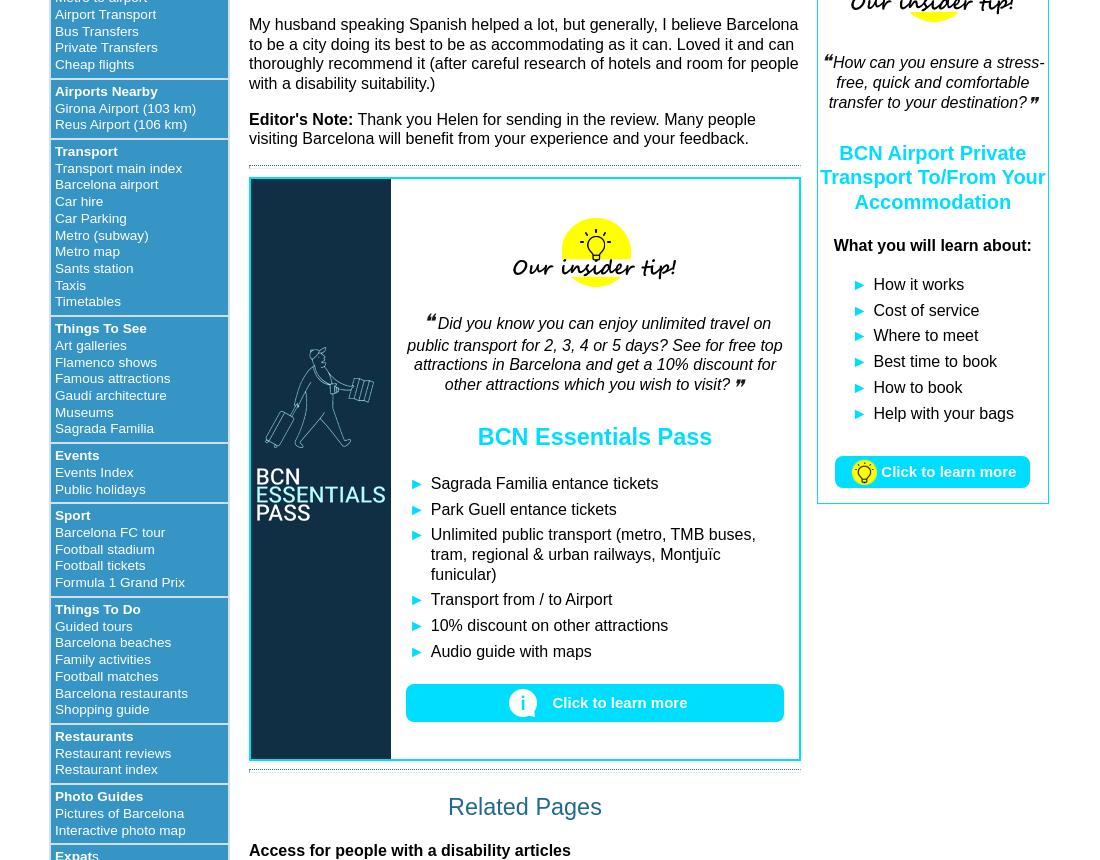 The width and height of the screenshot is (1100, 860). I want to click on 'Art galleries', so click(90, 344).